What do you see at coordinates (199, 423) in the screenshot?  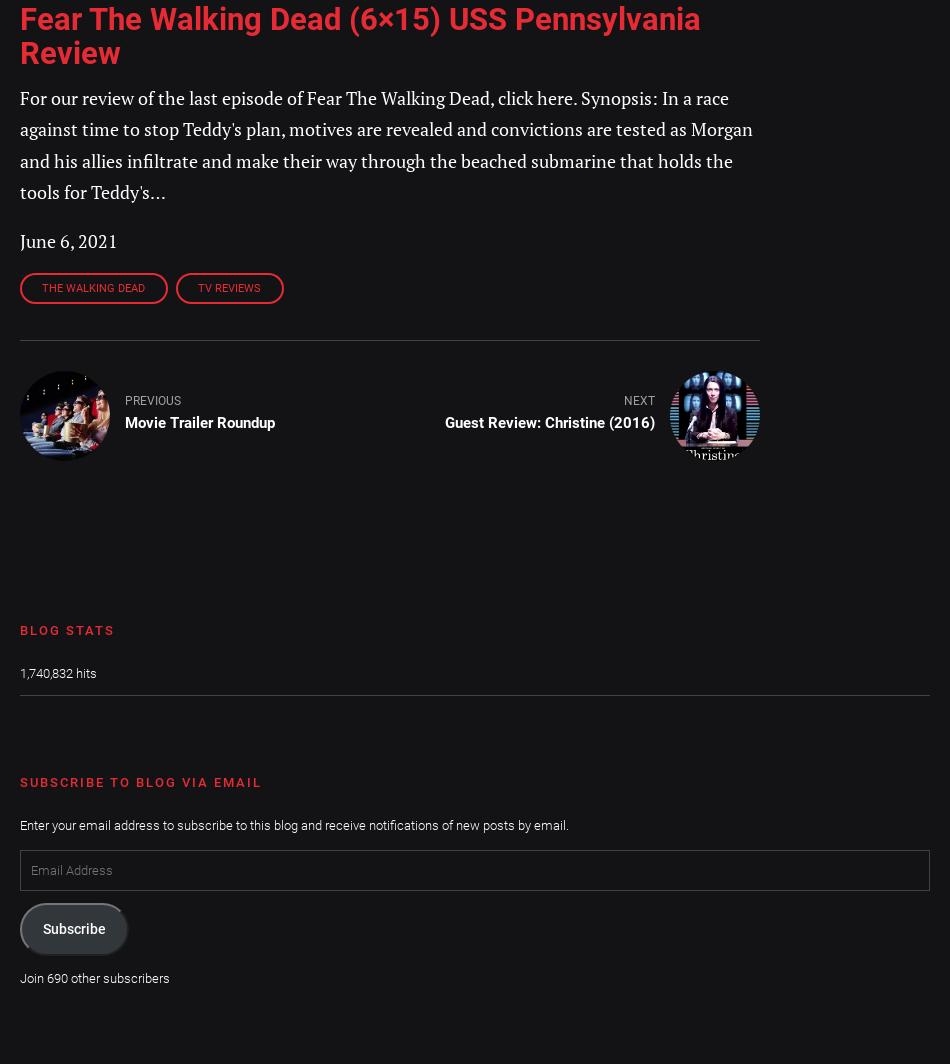 I see `'Movie Trailer Roundup'` at bounding box center [199, 423].